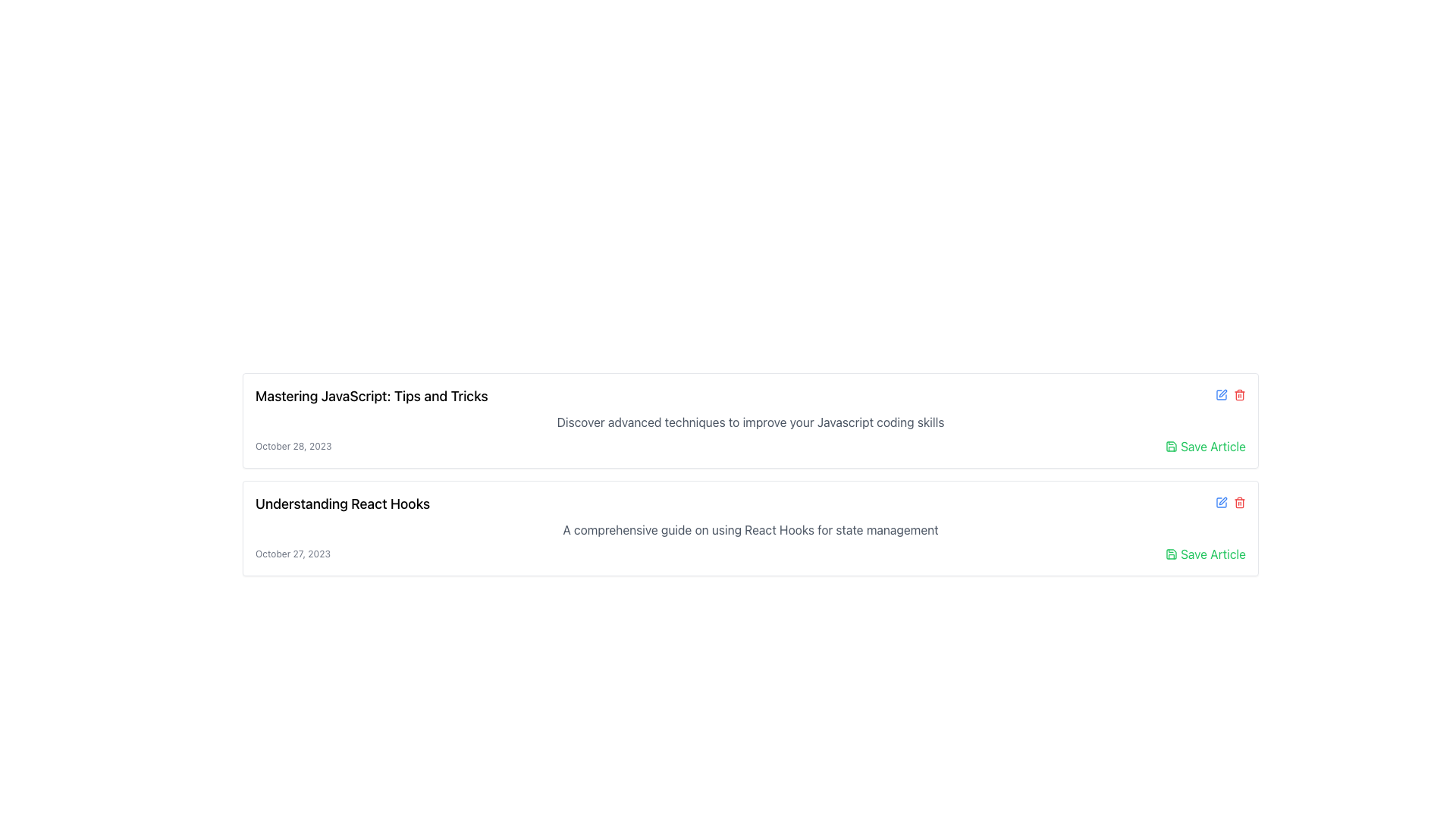 The image size is (1456, 819). Describe the element at coordinates (1240, 394) in the screenshot. I see `the red trash can icon button located at the end of the row for the article 'Mastering JavaScript: Tips and Tricks'` at that location.